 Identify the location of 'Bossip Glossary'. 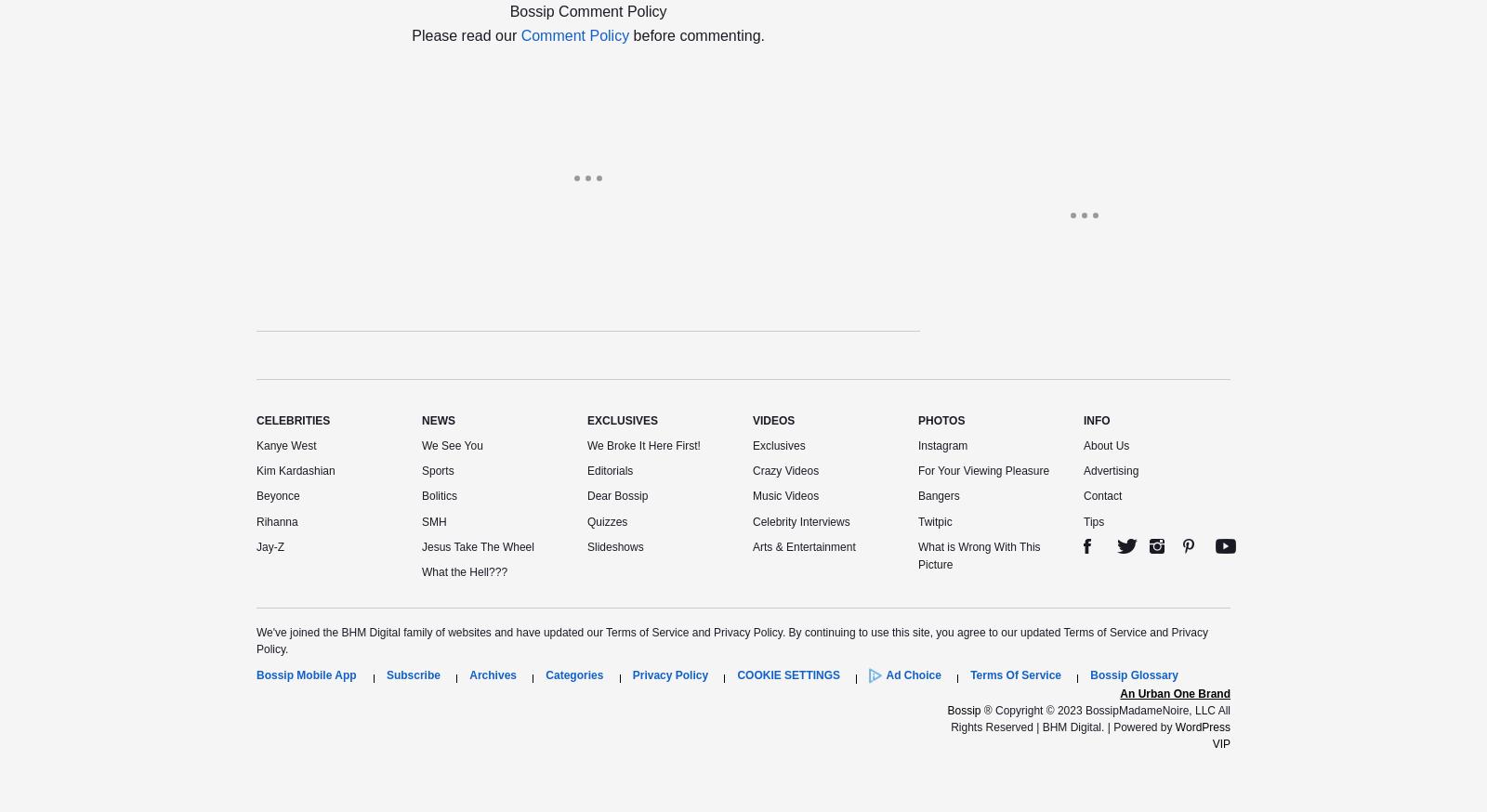
(1133, 674).